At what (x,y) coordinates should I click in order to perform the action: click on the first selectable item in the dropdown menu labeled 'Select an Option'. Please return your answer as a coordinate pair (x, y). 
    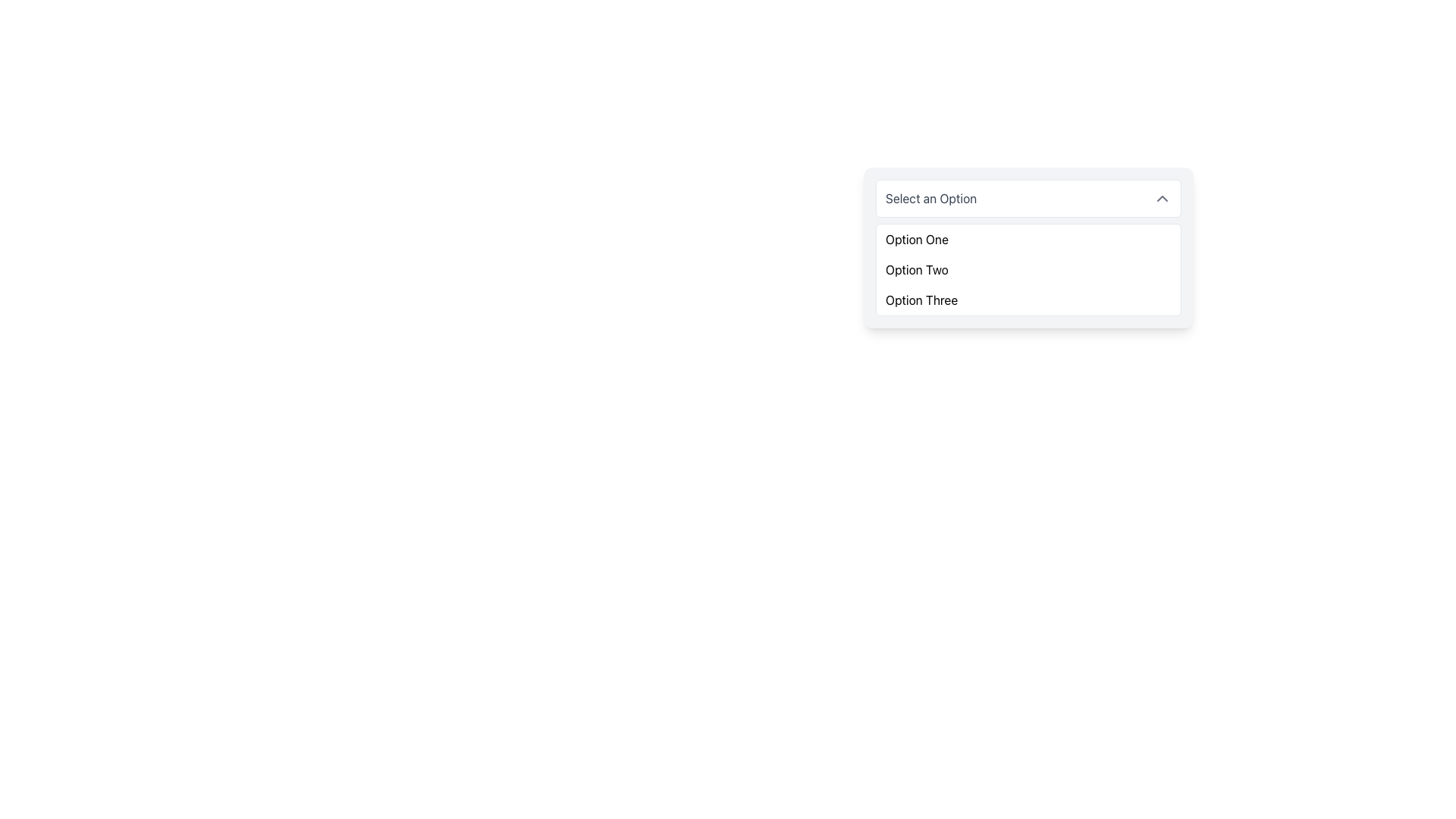
    Looking at the image, I should click on (916, 239).